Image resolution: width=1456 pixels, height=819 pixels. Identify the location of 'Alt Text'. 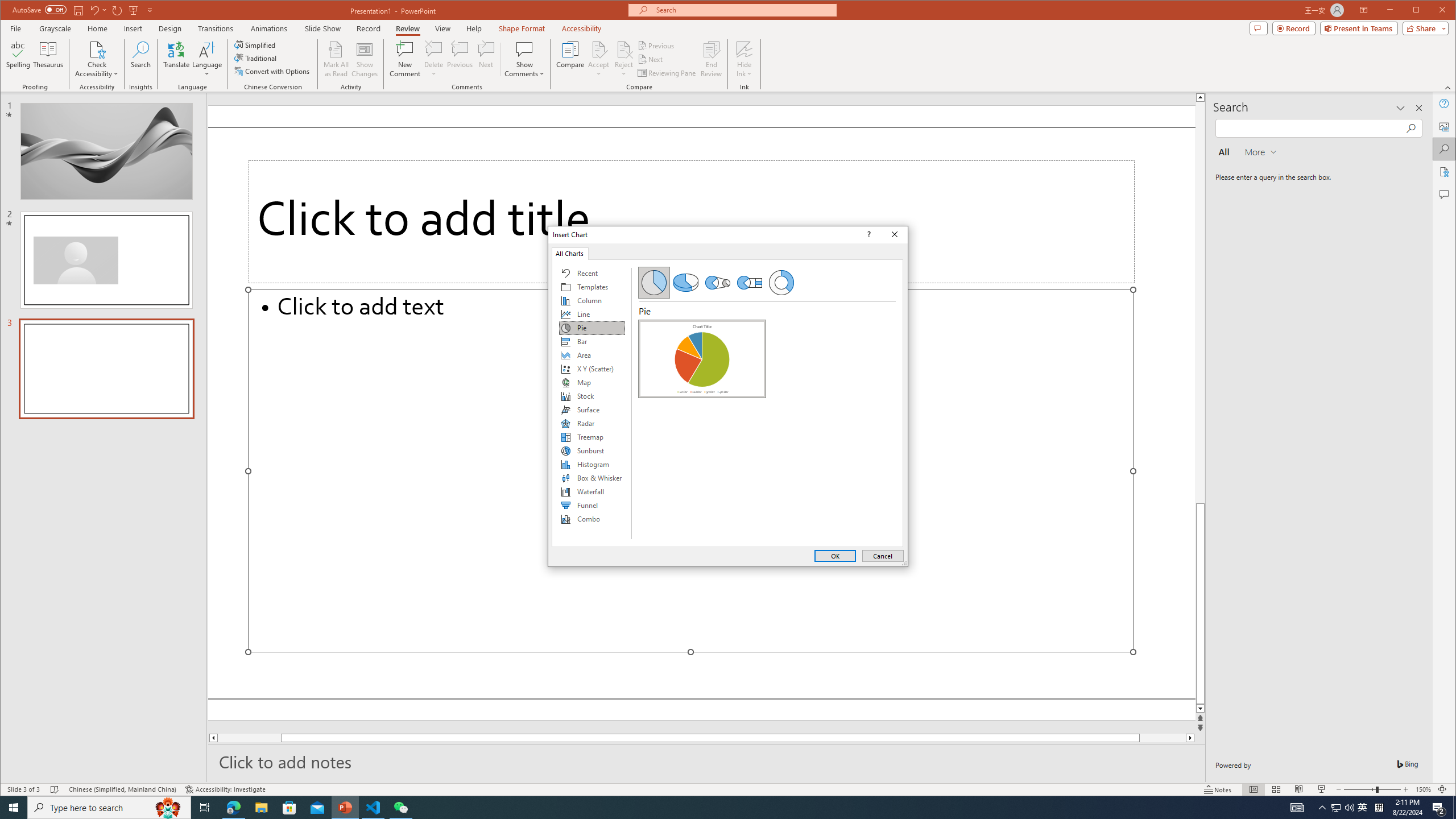
(1444, 126).